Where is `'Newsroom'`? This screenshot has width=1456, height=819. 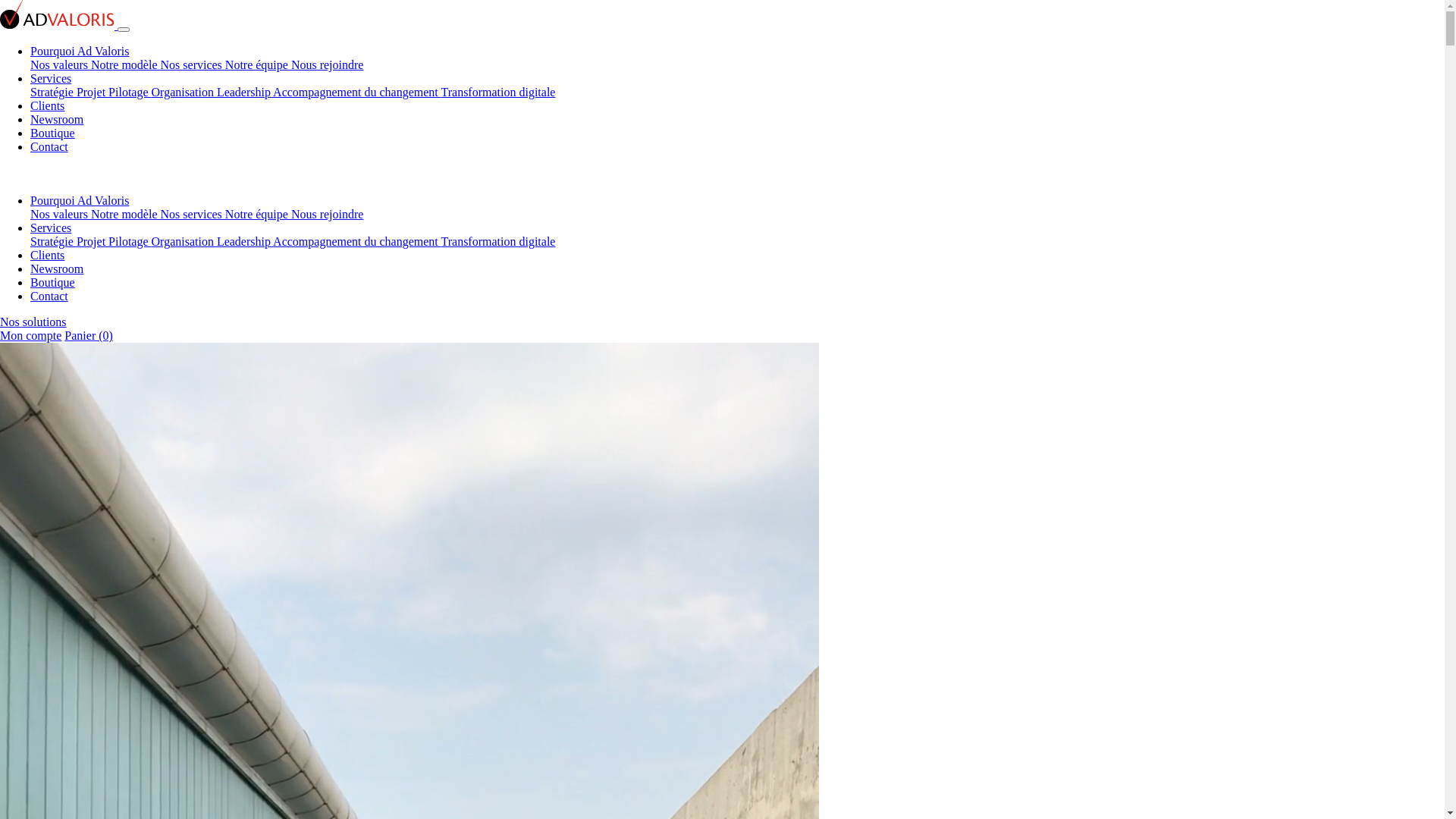 'Newsroom' is located at coordinates (57, 268).